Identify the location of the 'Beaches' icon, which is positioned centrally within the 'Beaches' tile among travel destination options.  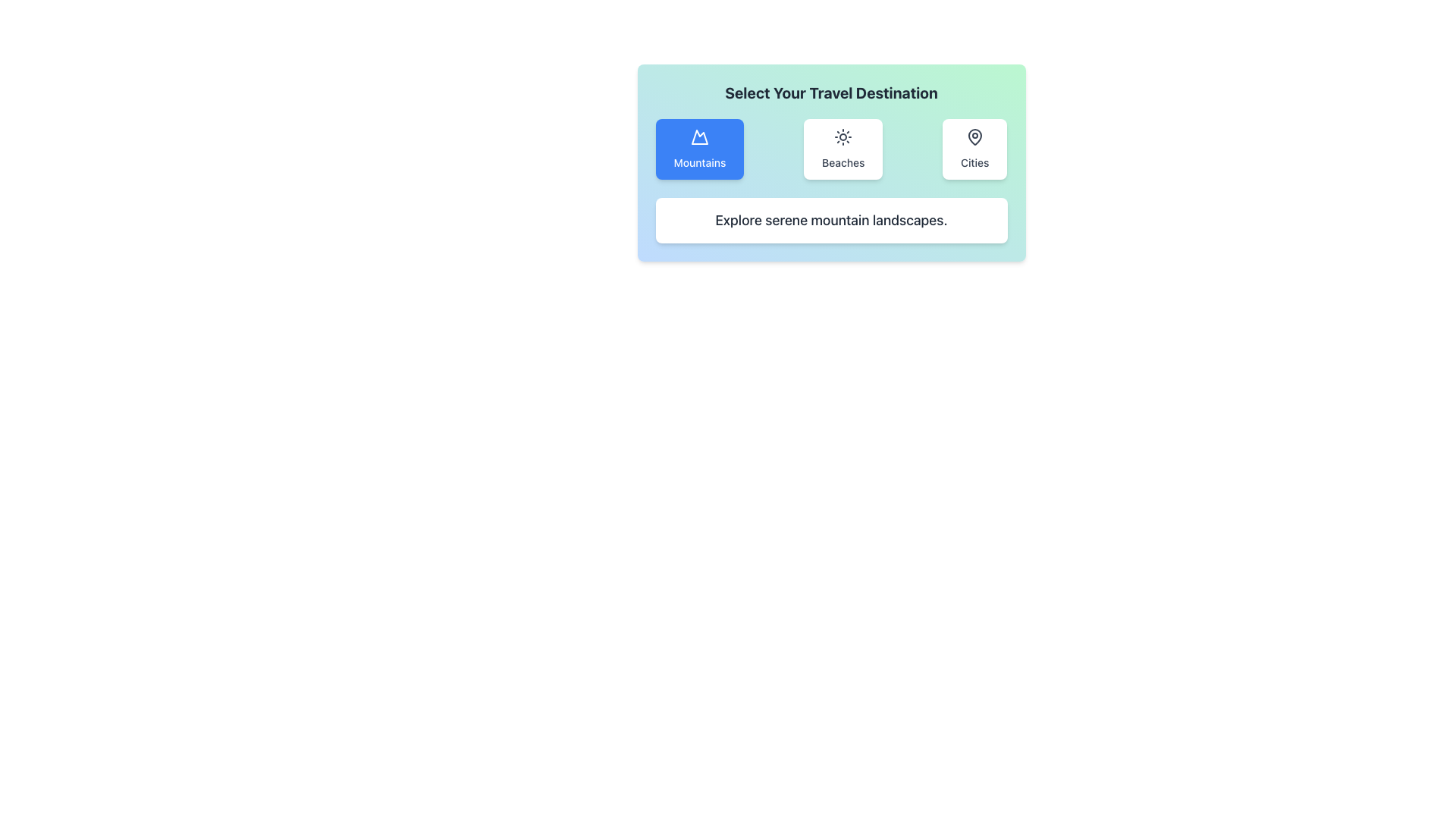
(843, 137).